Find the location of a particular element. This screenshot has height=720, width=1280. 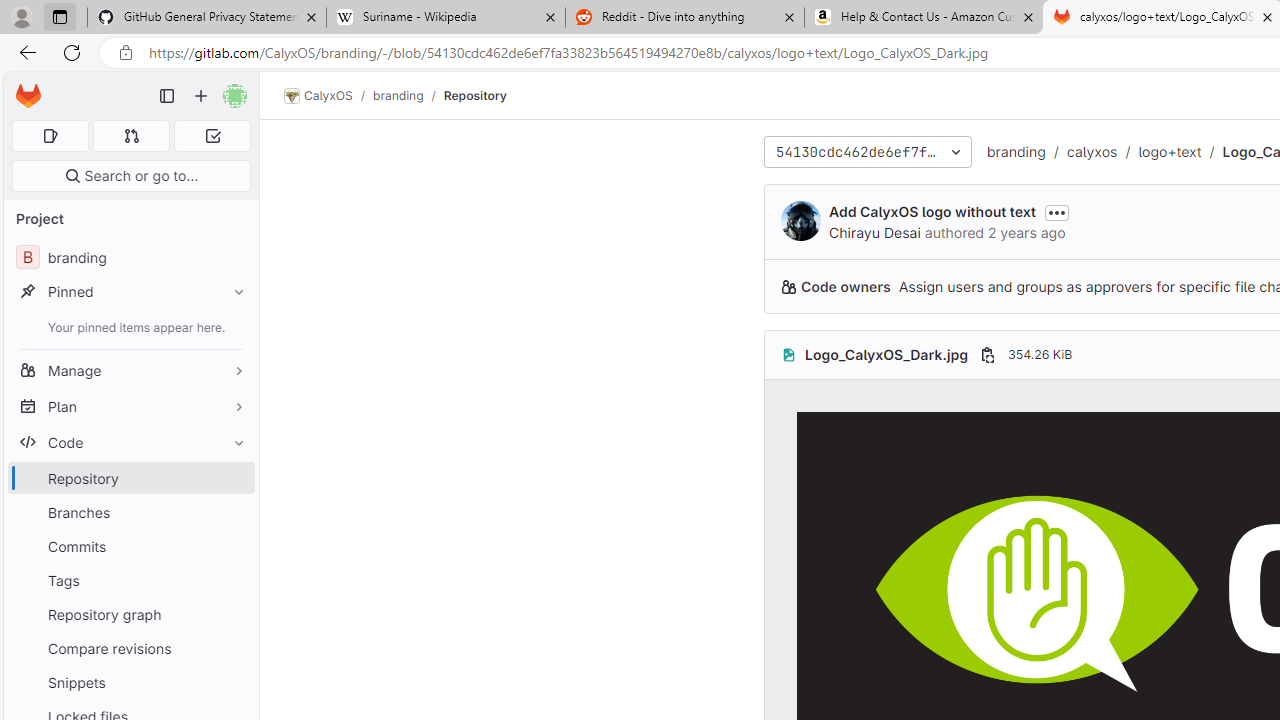

'Plan' is located at coordinates (130, 405).